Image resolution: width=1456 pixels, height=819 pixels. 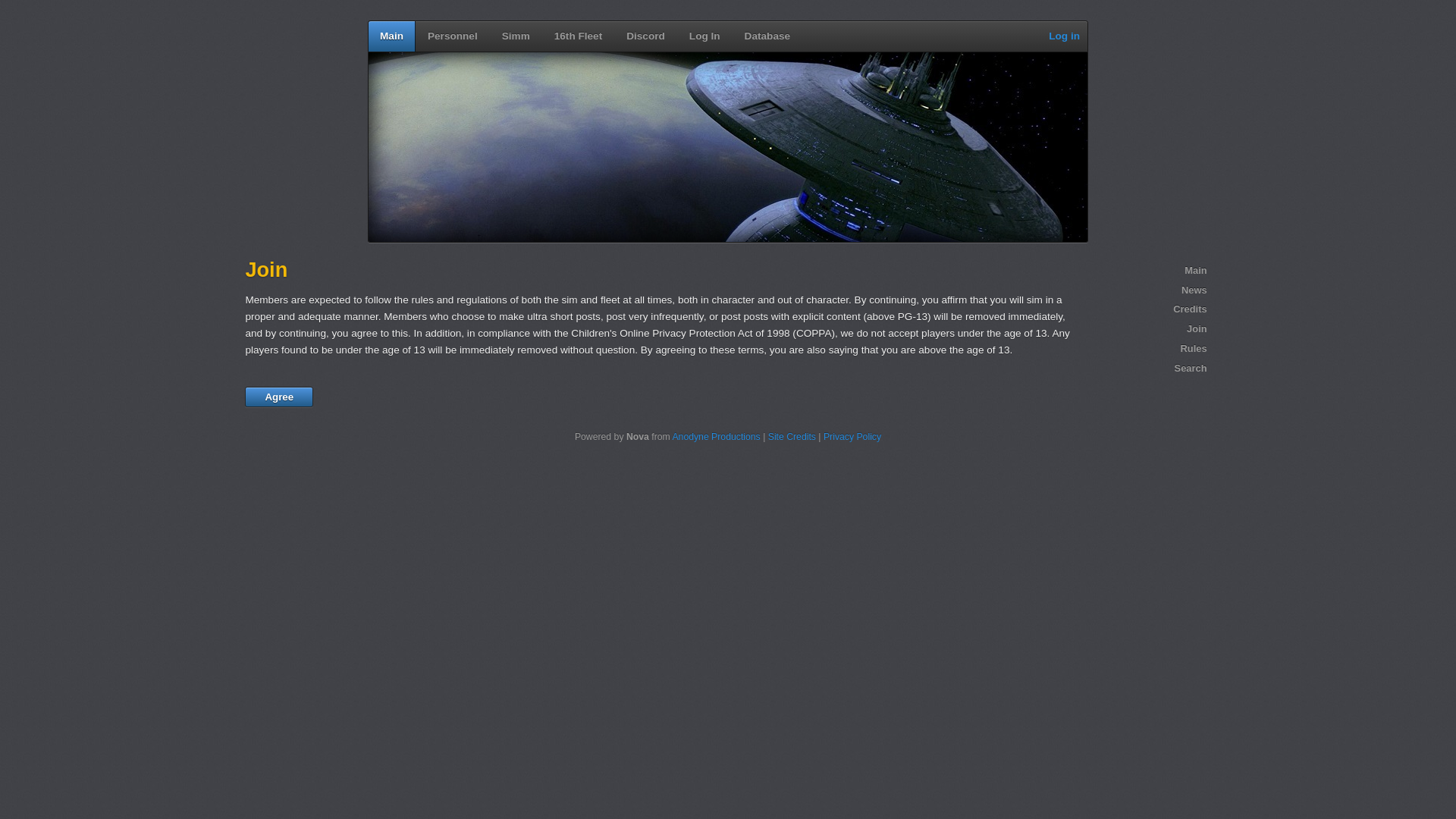 What do you see at coordinates (1150, 348) in the screenshot?
I see `'Rules'` at bounding box center [1150, 348].